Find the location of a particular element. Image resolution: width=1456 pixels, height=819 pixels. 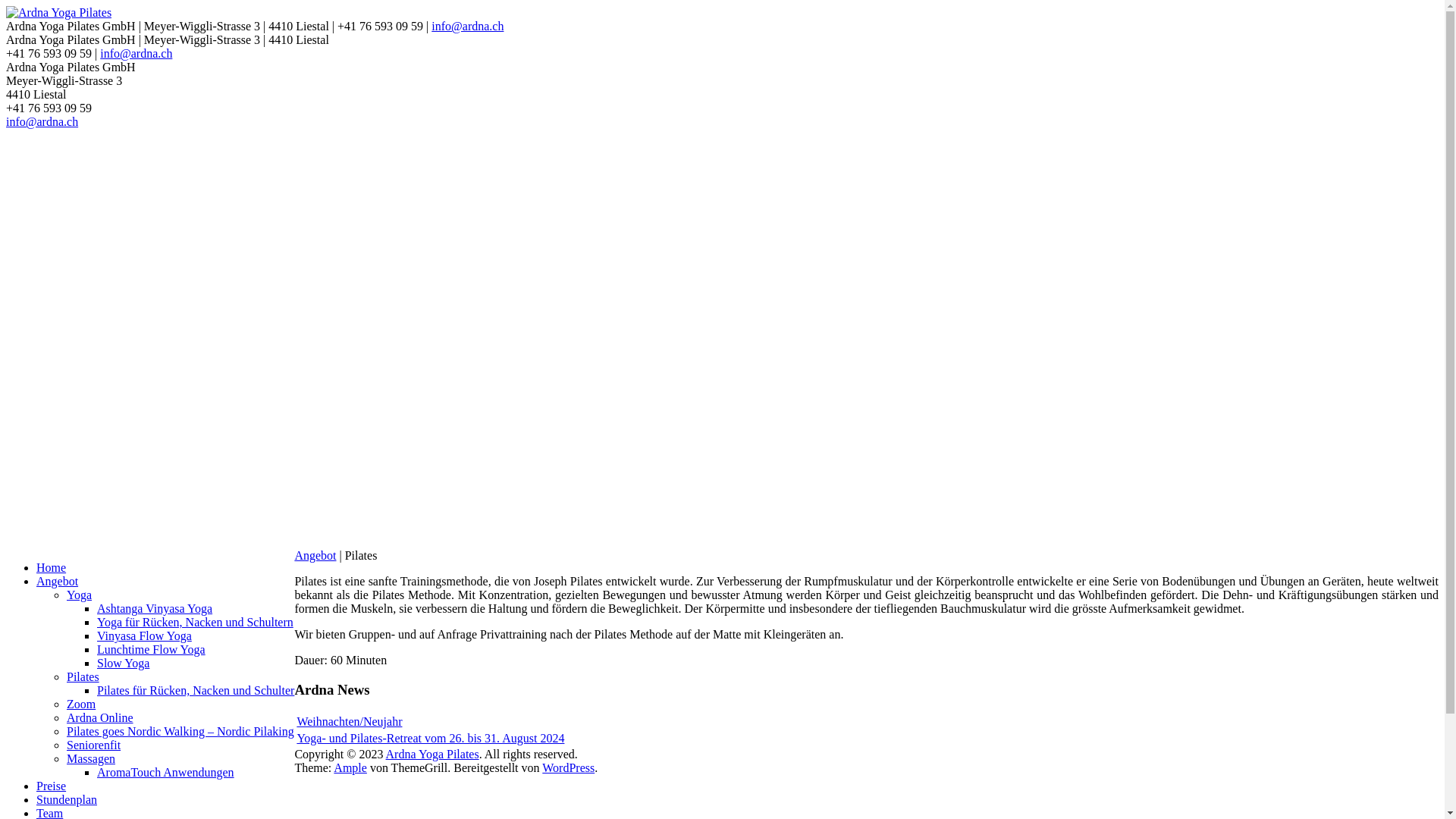

'Vinyasa Flow Yoga' is located at coordinates (96, 635).